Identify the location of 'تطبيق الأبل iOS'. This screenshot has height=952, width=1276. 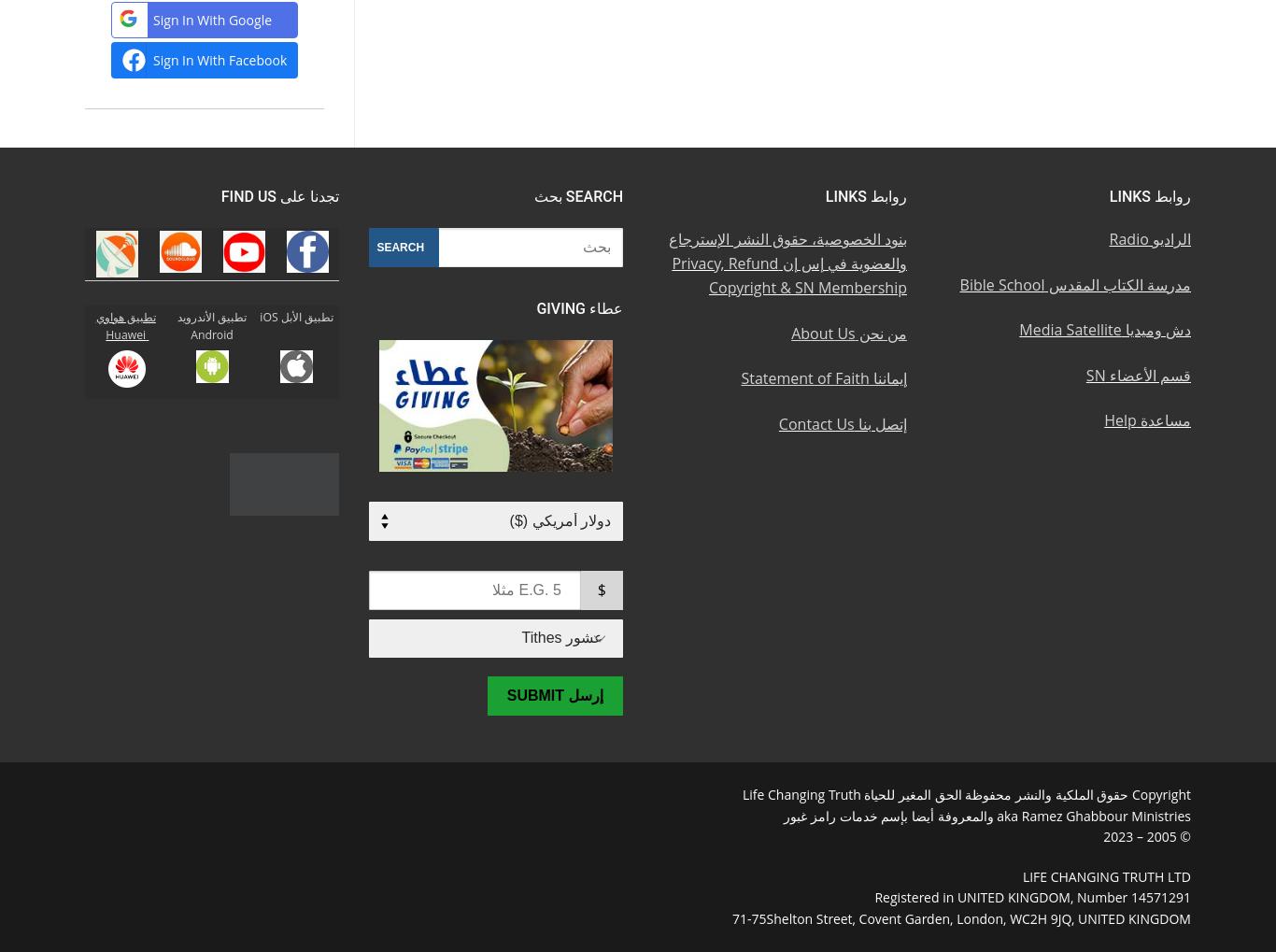
(296, 316).